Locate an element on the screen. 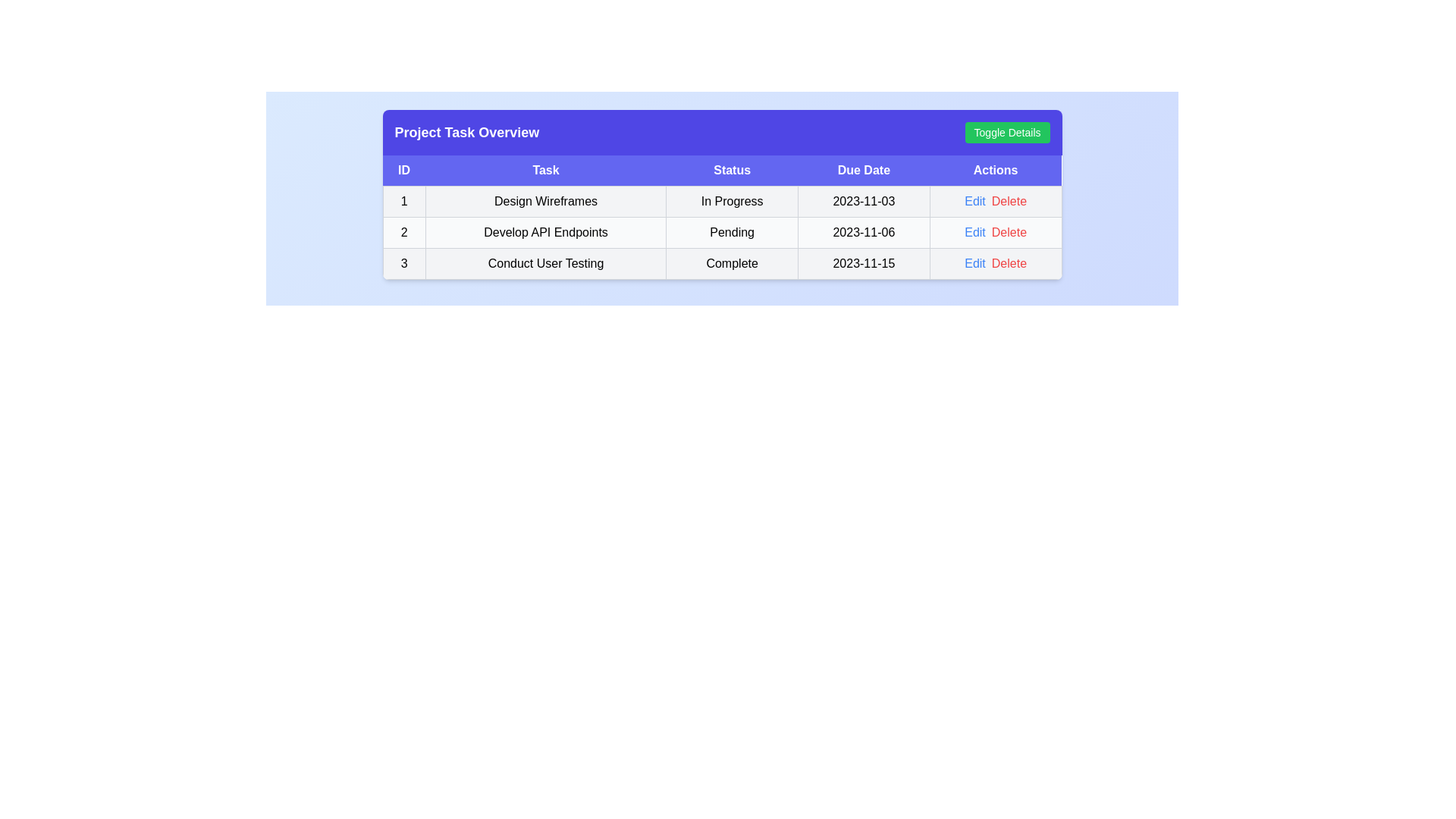 This screenshot has height=819, width=1456. the table header labeled Status to sort the tasks is located at coordinates (732, 171).